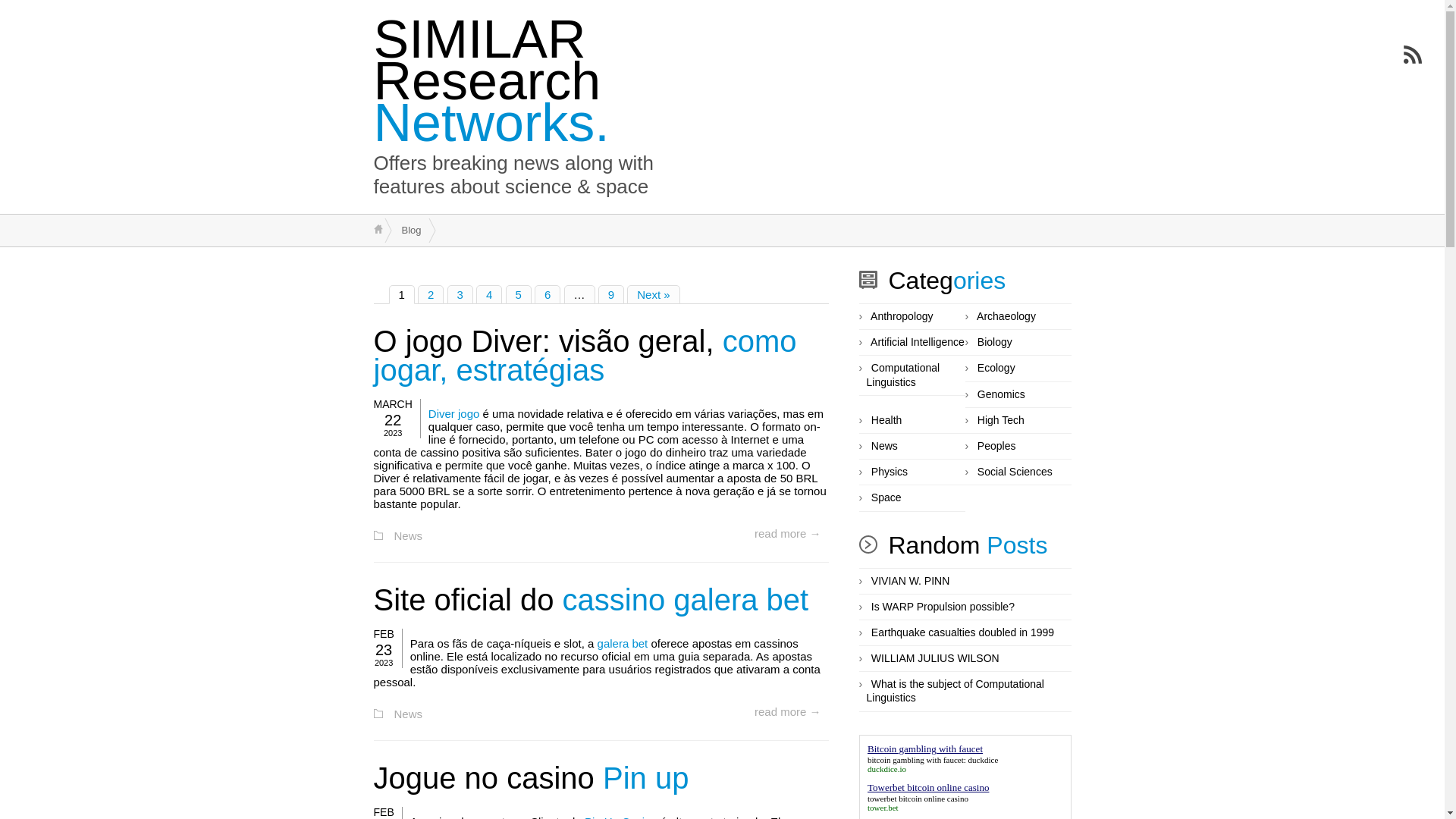 The width and height of the screenshot is (1456, 819). Describe the element at coordinates (886, 421) in the screenshot. I see `'Health'` at that location.